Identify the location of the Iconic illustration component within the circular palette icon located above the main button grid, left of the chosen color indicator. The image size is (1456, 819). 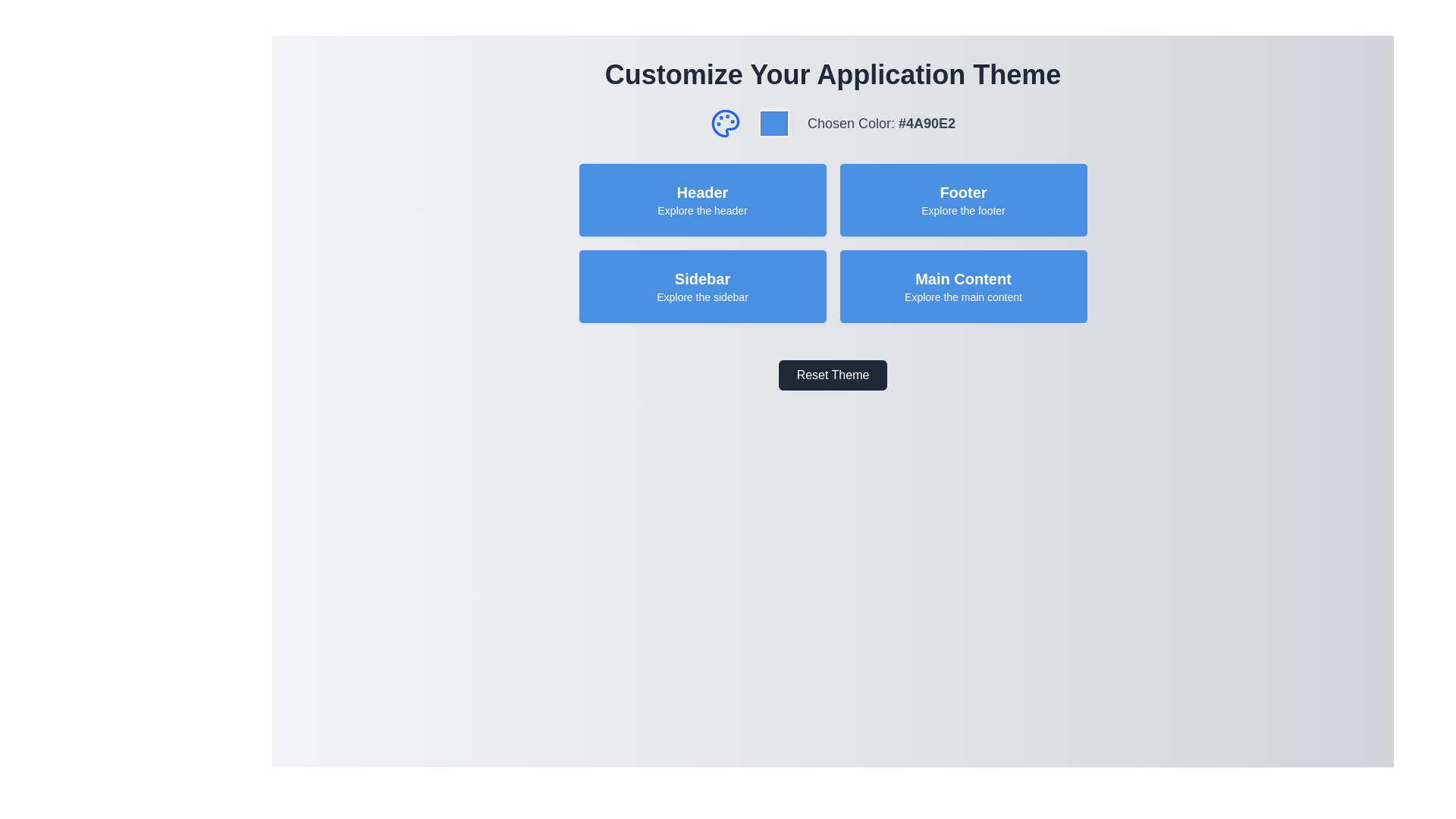
(724, 122).